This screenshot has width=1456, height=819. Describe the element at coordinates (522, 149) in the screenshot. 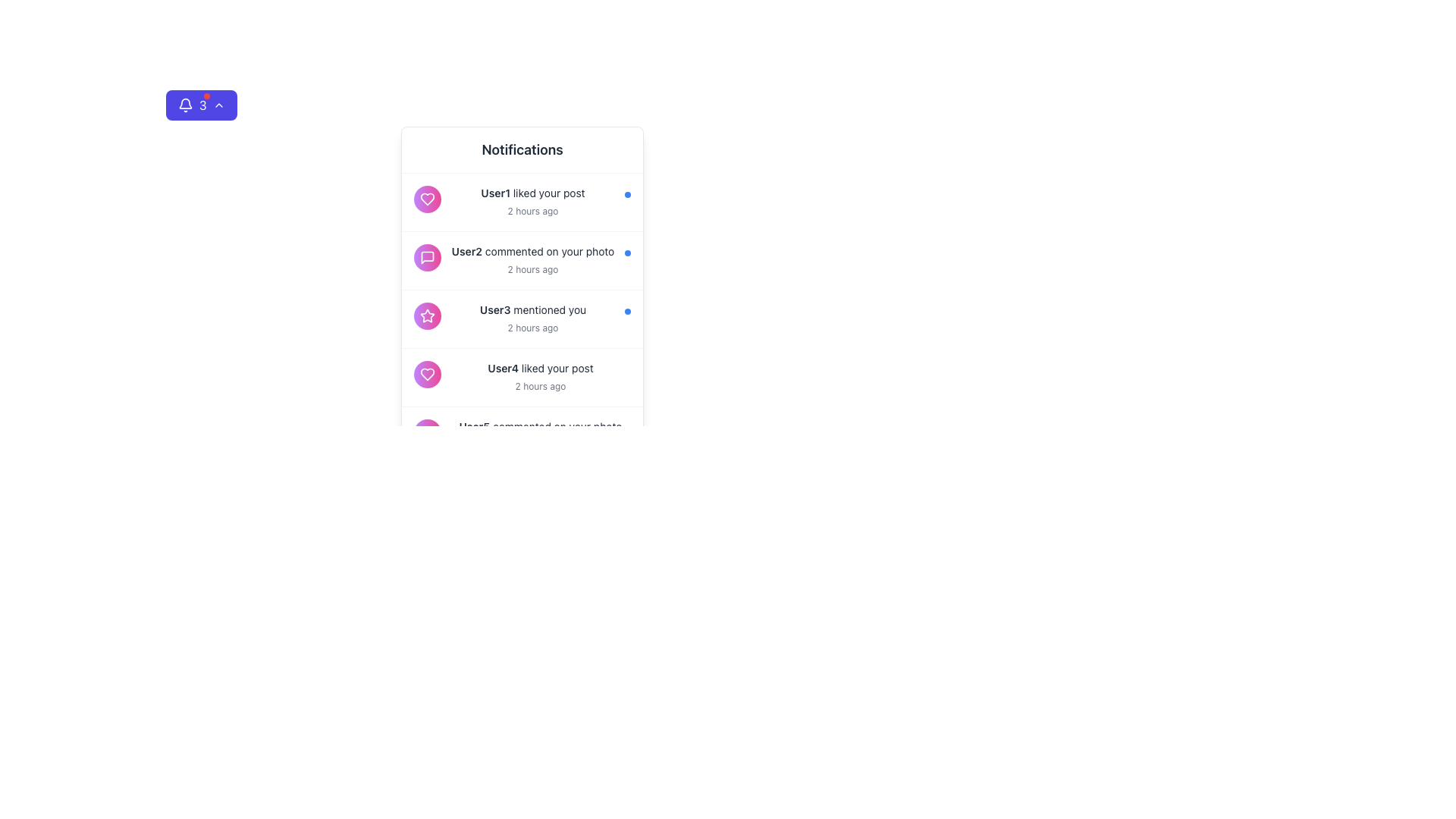

I see `the 'Notifications' static text heading, which is bold, large, and dark gray, located above the list of notification items` at that location.